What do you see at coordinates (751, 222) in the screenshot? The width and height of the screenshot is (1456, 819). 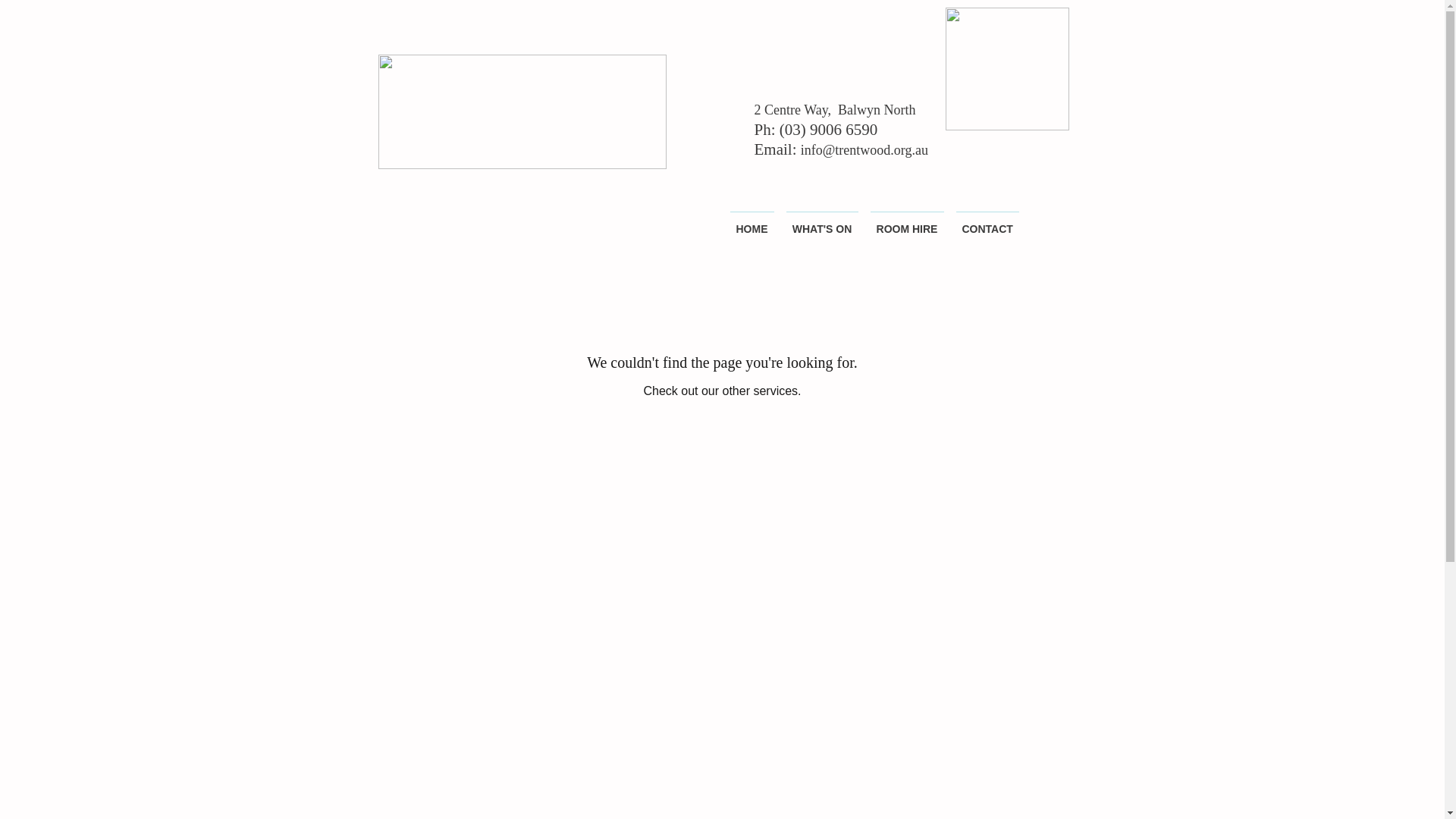 I see `'HOME'` at bounding box center [751, 222].